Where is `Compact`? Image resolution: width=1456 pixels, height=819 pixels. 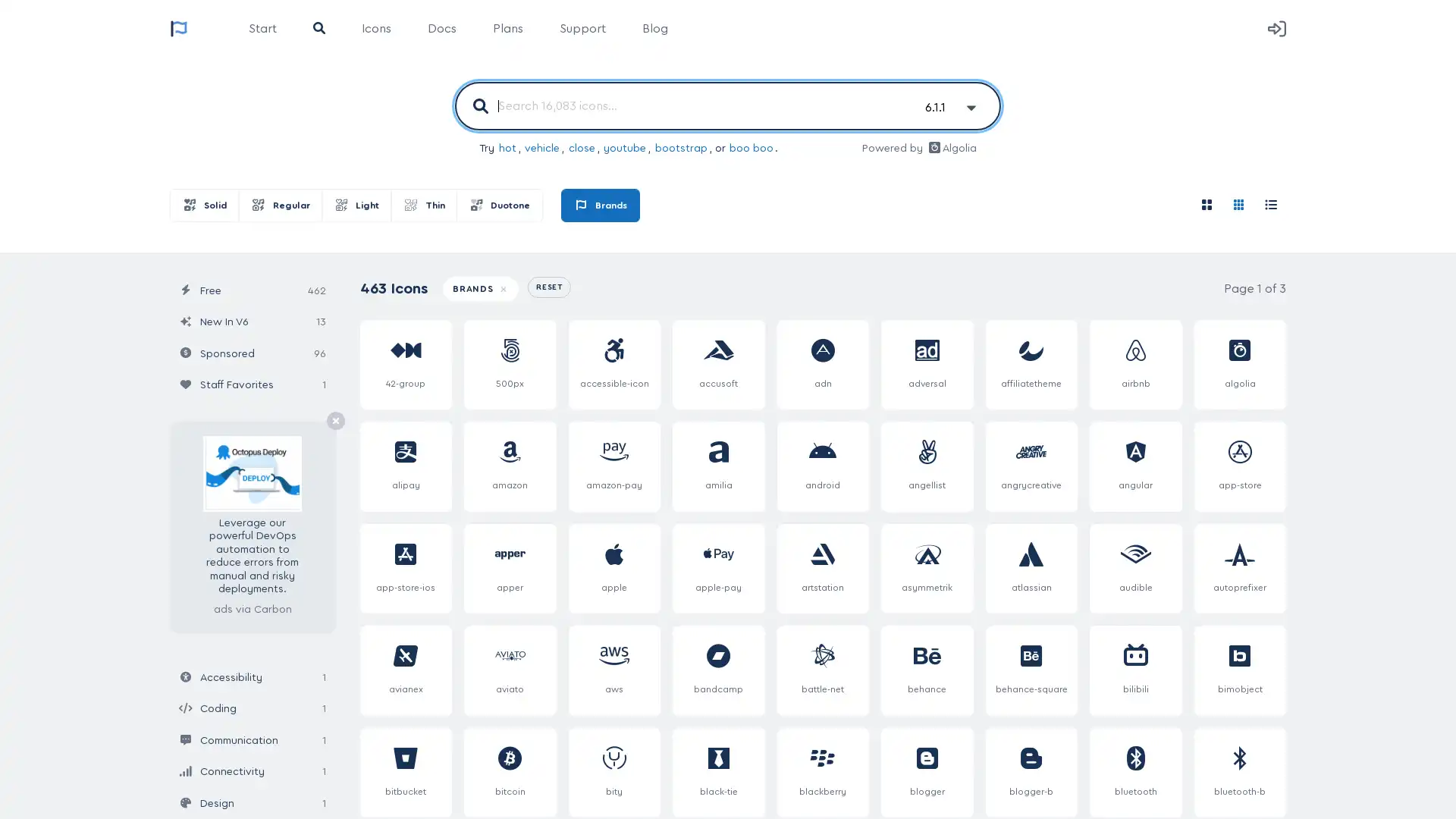 Compact is located at coordinates (1224, 210).